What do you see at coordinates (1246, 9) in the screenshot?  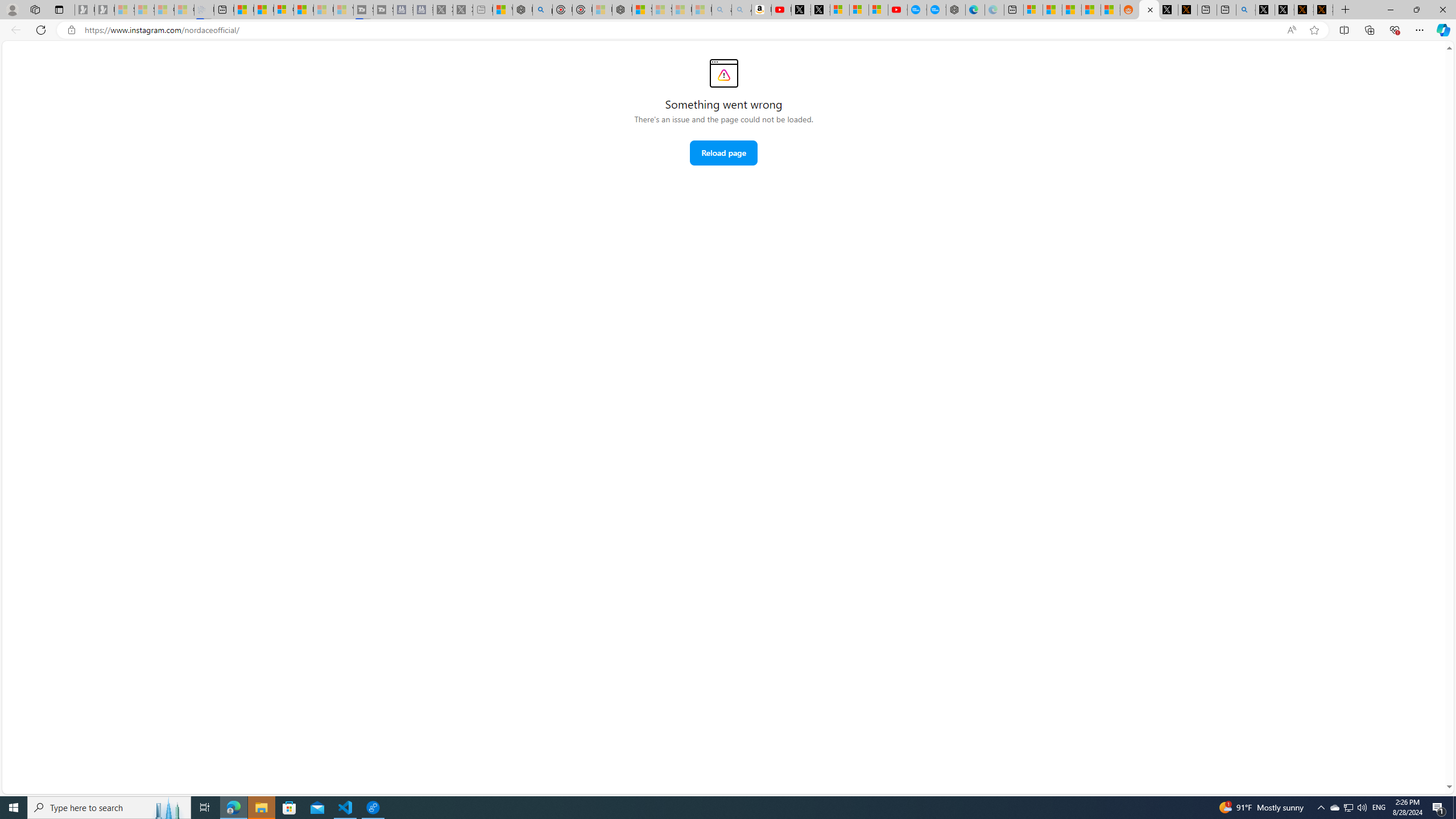 I see `'github - Search'` at bounding box center [1246, 9].